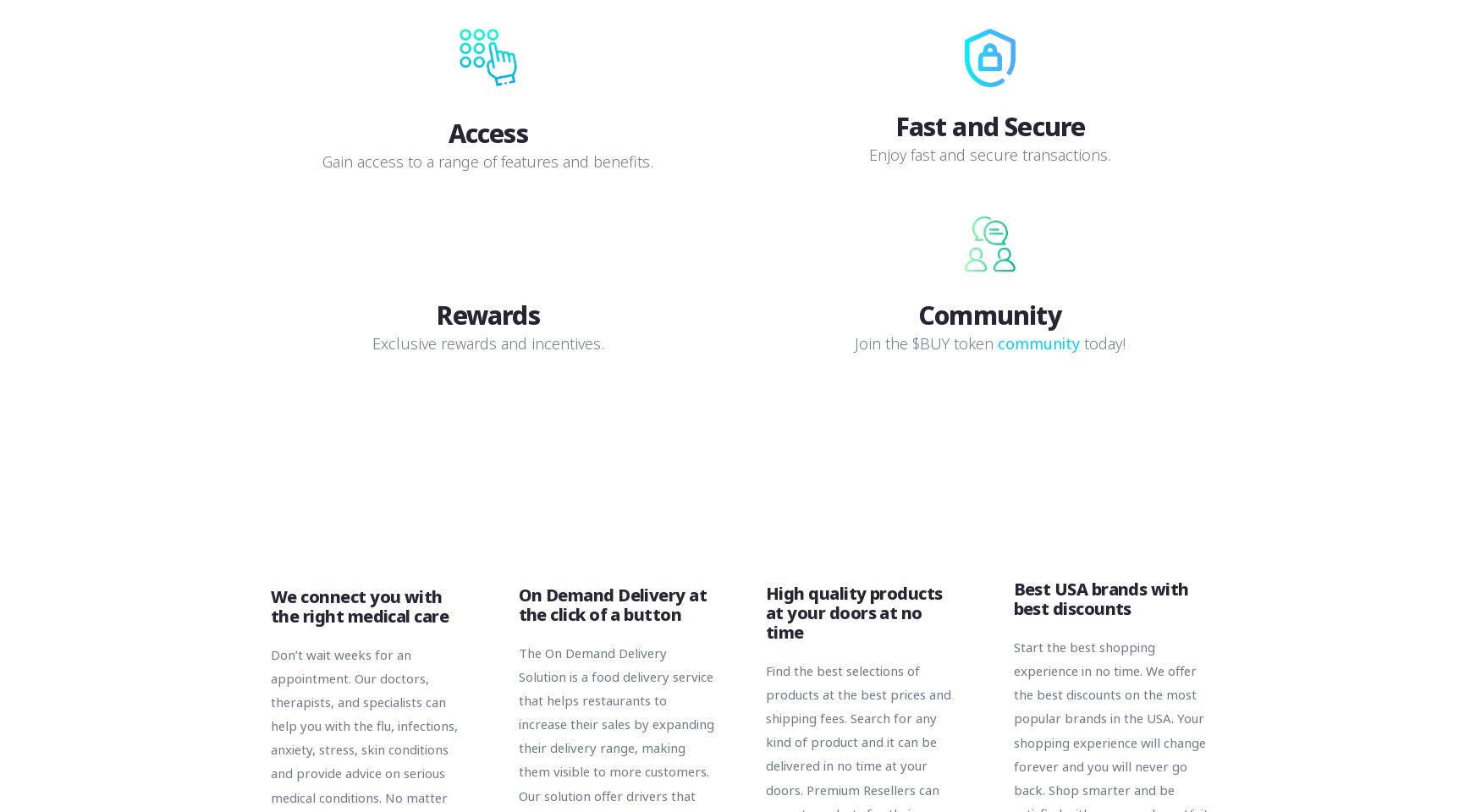 The image size is (1481, 812). What do you see at coordinates (988, 124) in the screenshot?
I see `'Fast and Secure'` at bounding box center [988, 124].